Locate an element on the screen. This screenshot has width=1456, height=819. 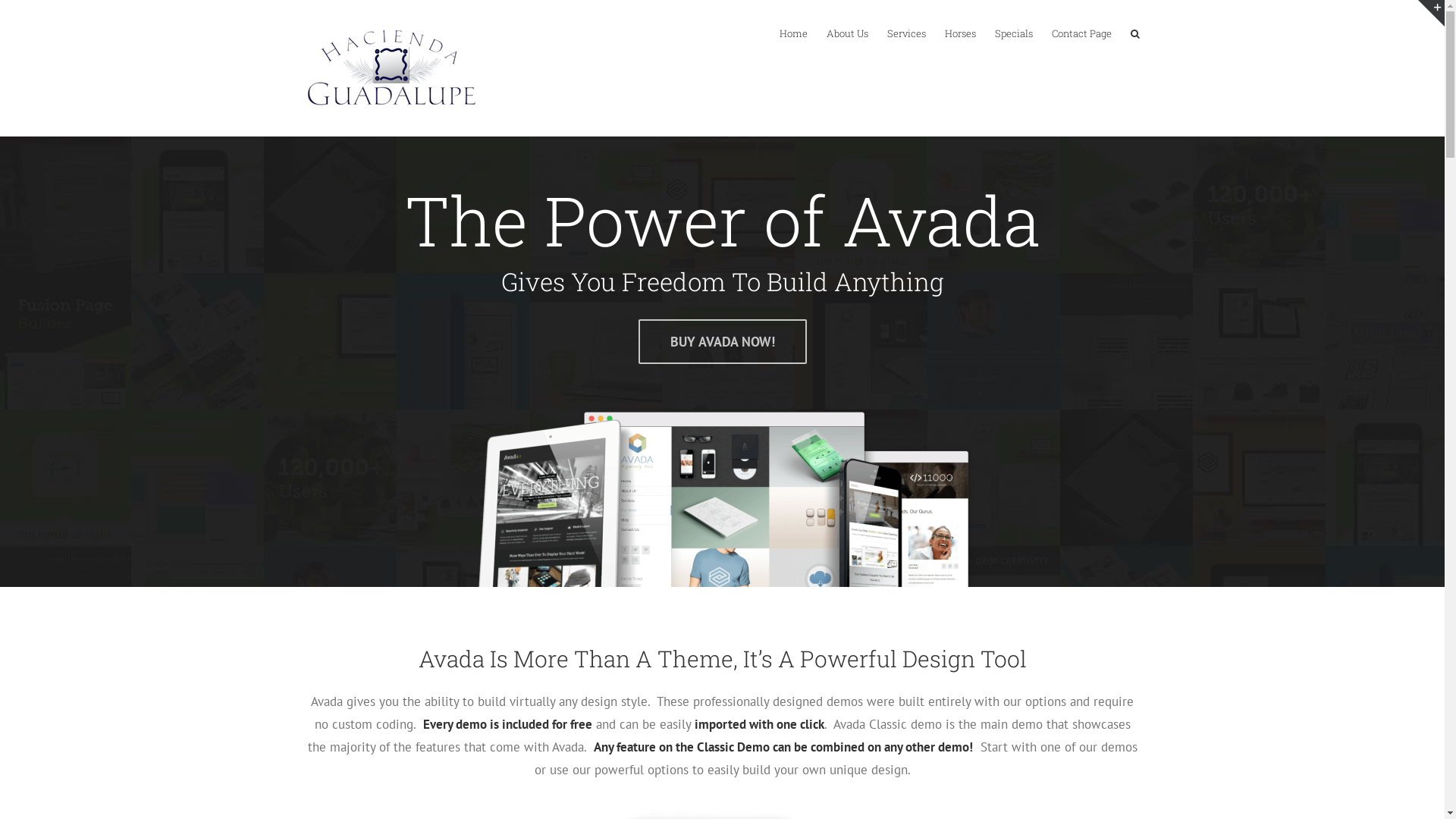
'Every demo is included for free' is located at coordinates (507, 723).